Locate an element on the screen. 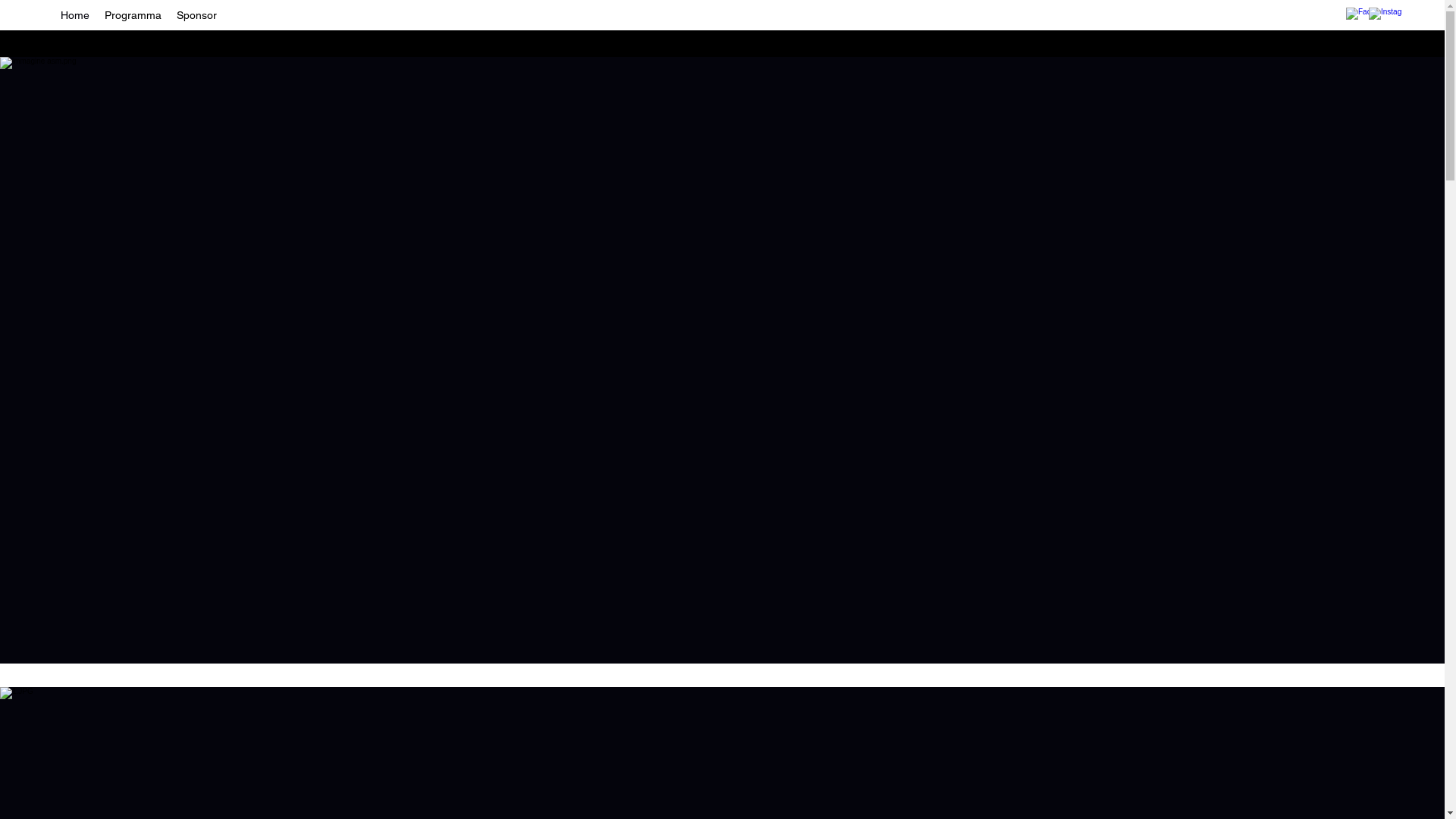  'Sponsor' is located at coordinates (196, 14).